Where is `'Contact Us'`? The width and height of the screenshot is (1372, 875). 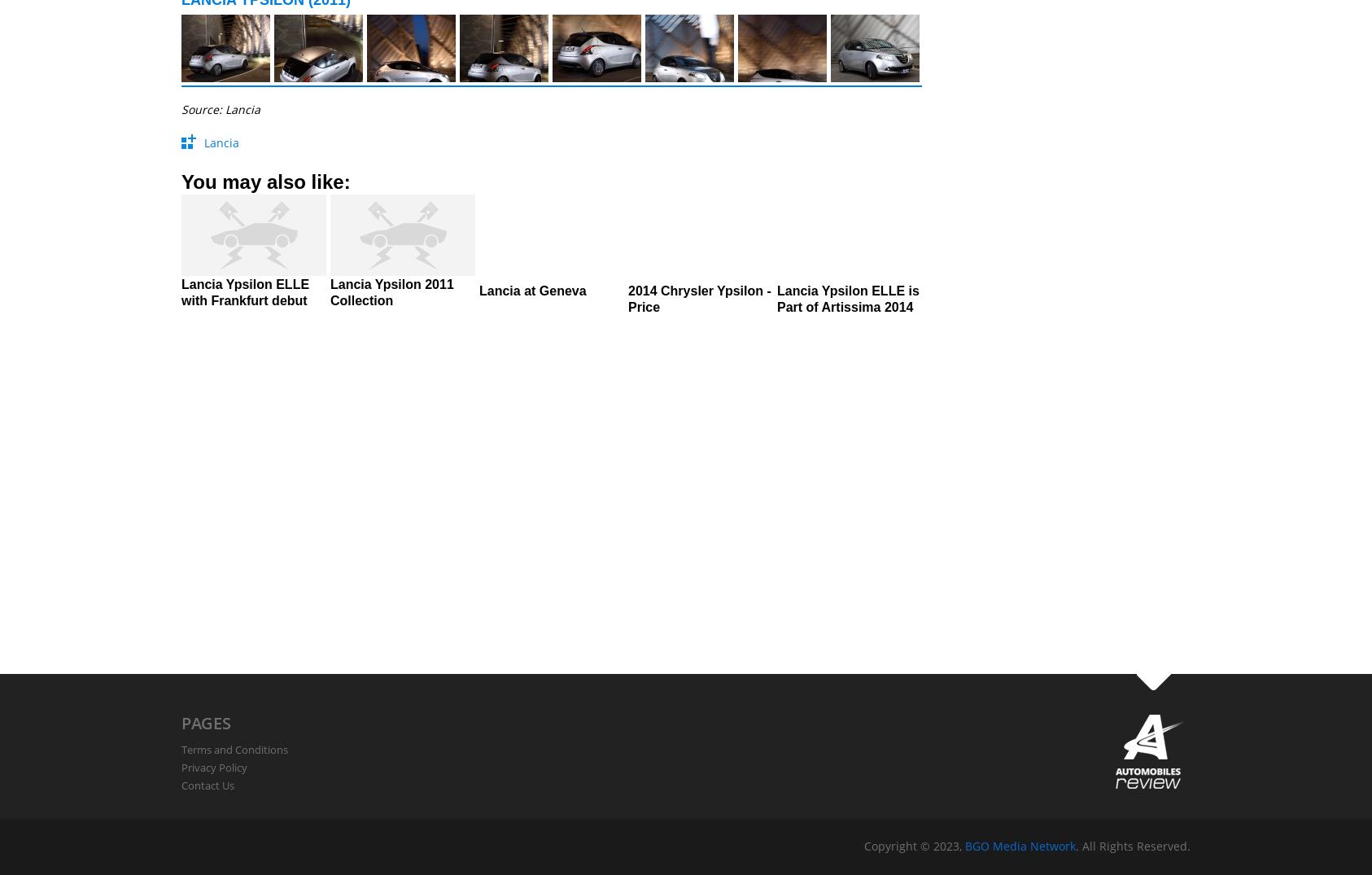
'Contact Us' is located at coordinates (208, 785).